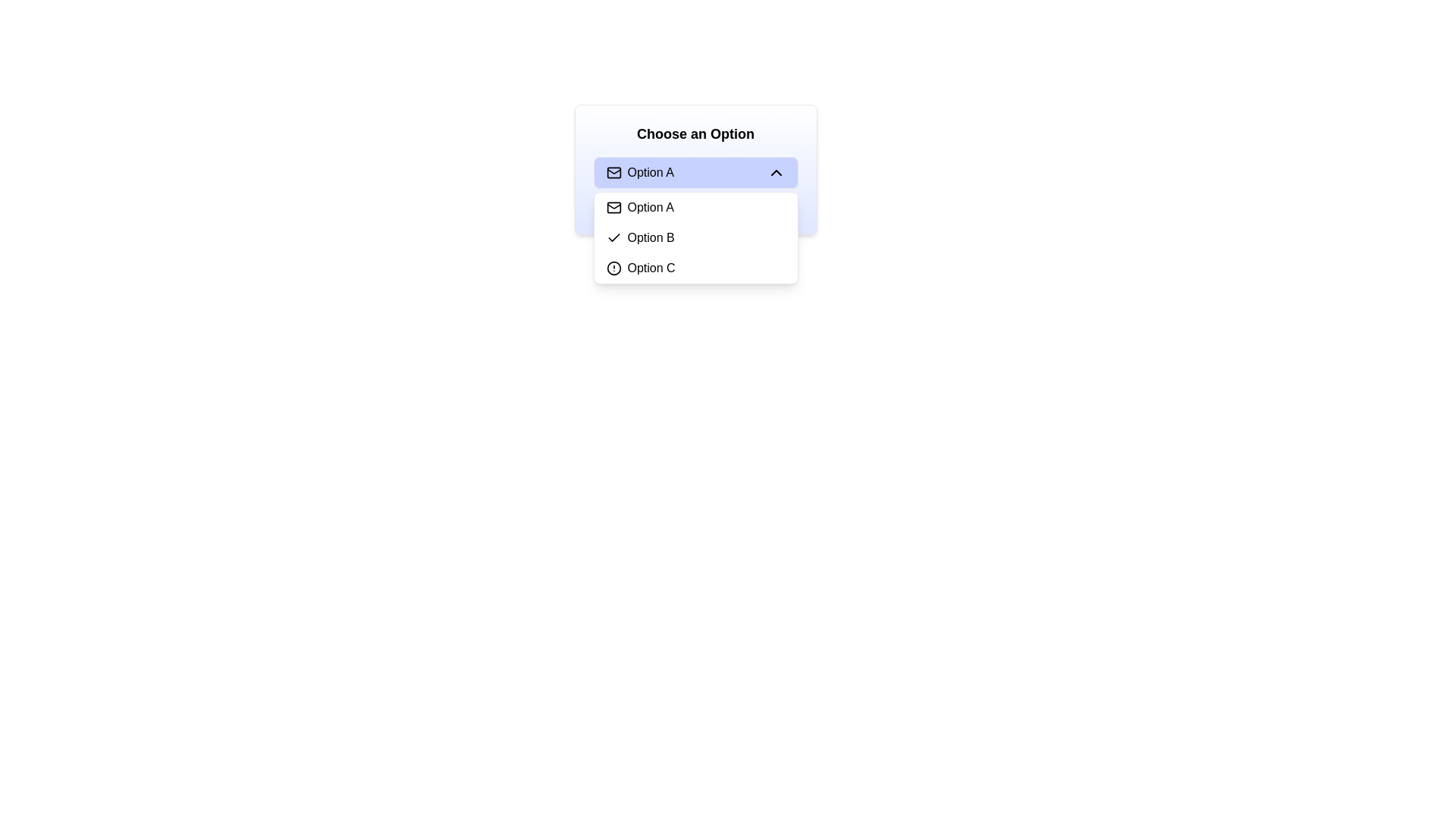 This screenshot has height=819, width=1456. Describe the element at coordinates (613, 237) in the screenshot. I see `the check mark icon within the SVG element that indicates Option B is selected in the dropdown menu` at that location.